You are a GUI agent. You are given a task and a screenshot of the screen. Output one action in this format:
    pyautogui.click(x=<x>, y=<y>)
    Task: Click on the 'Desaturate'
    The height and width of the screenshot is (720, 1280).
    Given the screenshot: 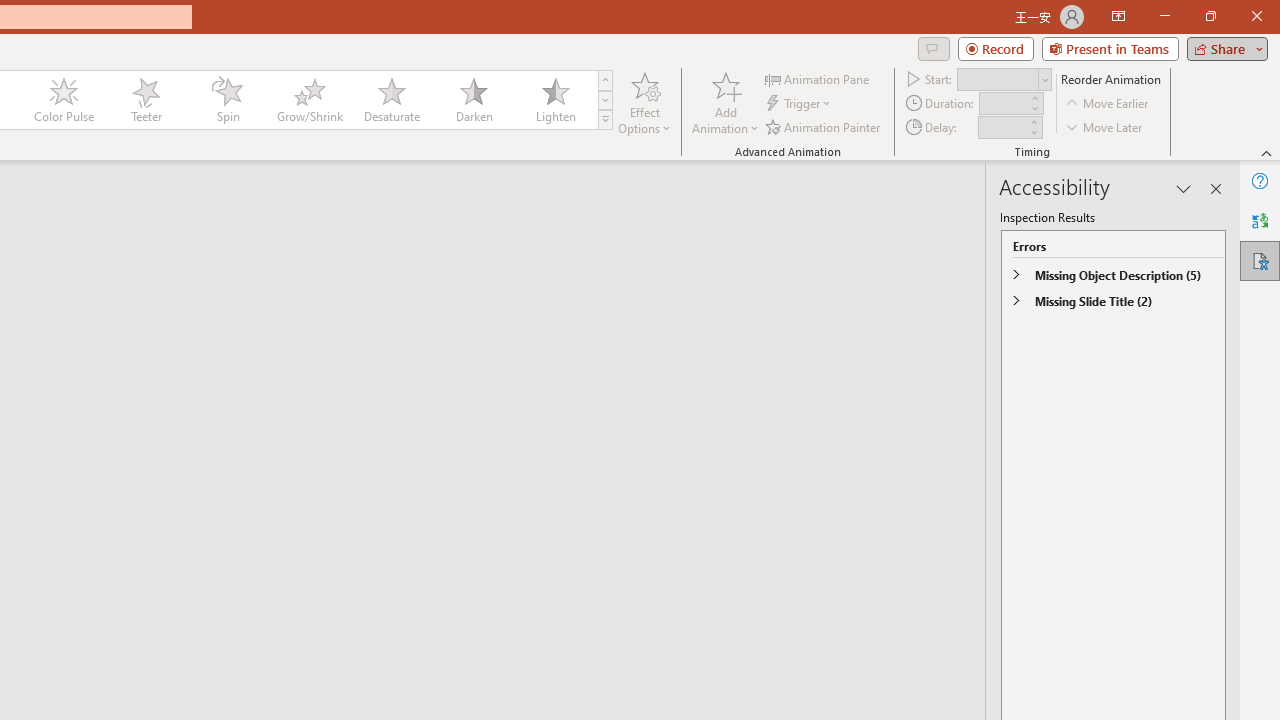 What is the action you would take?
    pyautogui.click(x=391, y=100)
    